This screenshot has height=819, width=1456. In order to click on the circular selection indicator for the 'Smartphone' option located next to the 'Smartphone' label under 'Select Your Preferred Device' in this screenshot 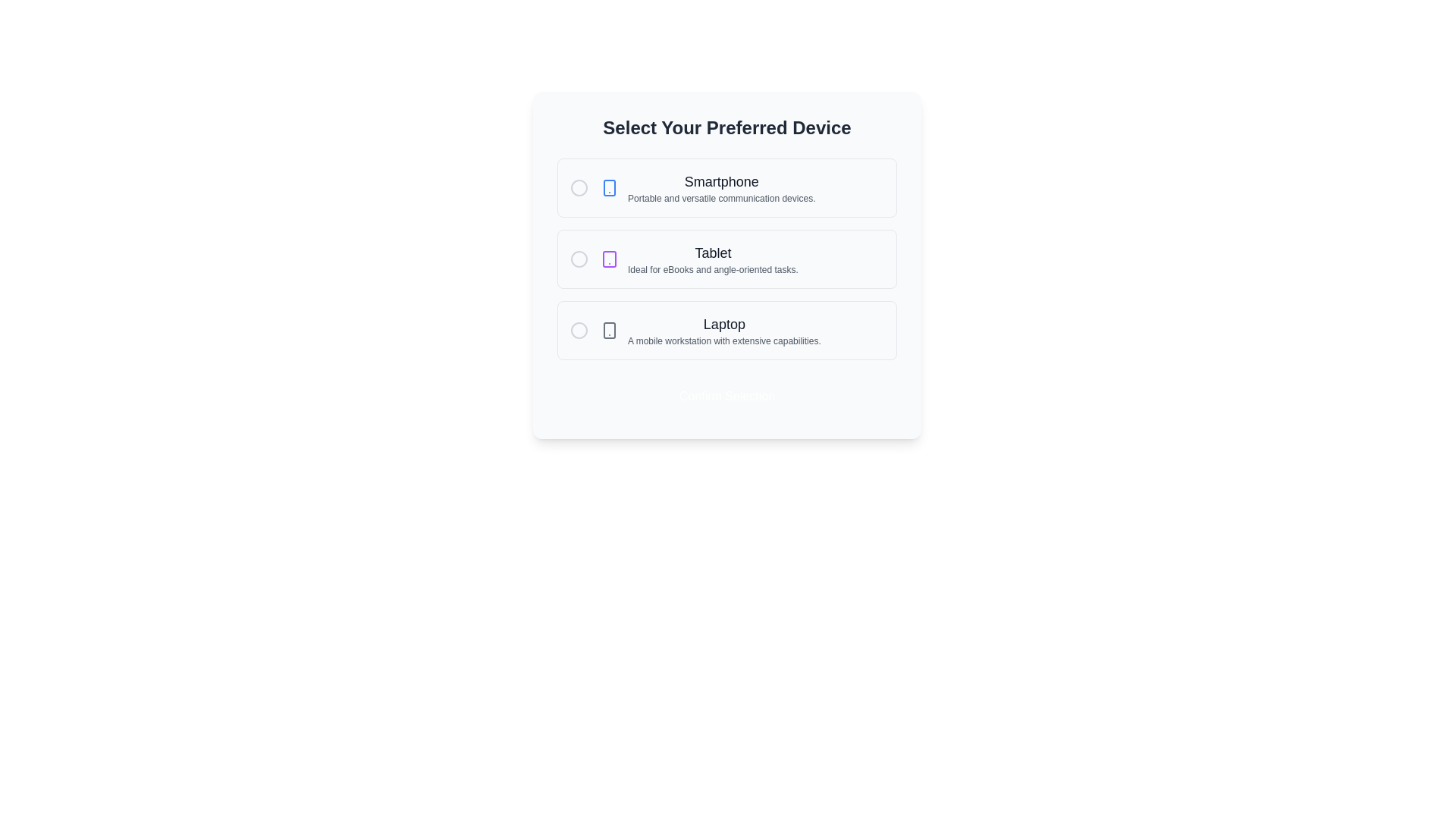, I will do `click(578, 187)`.